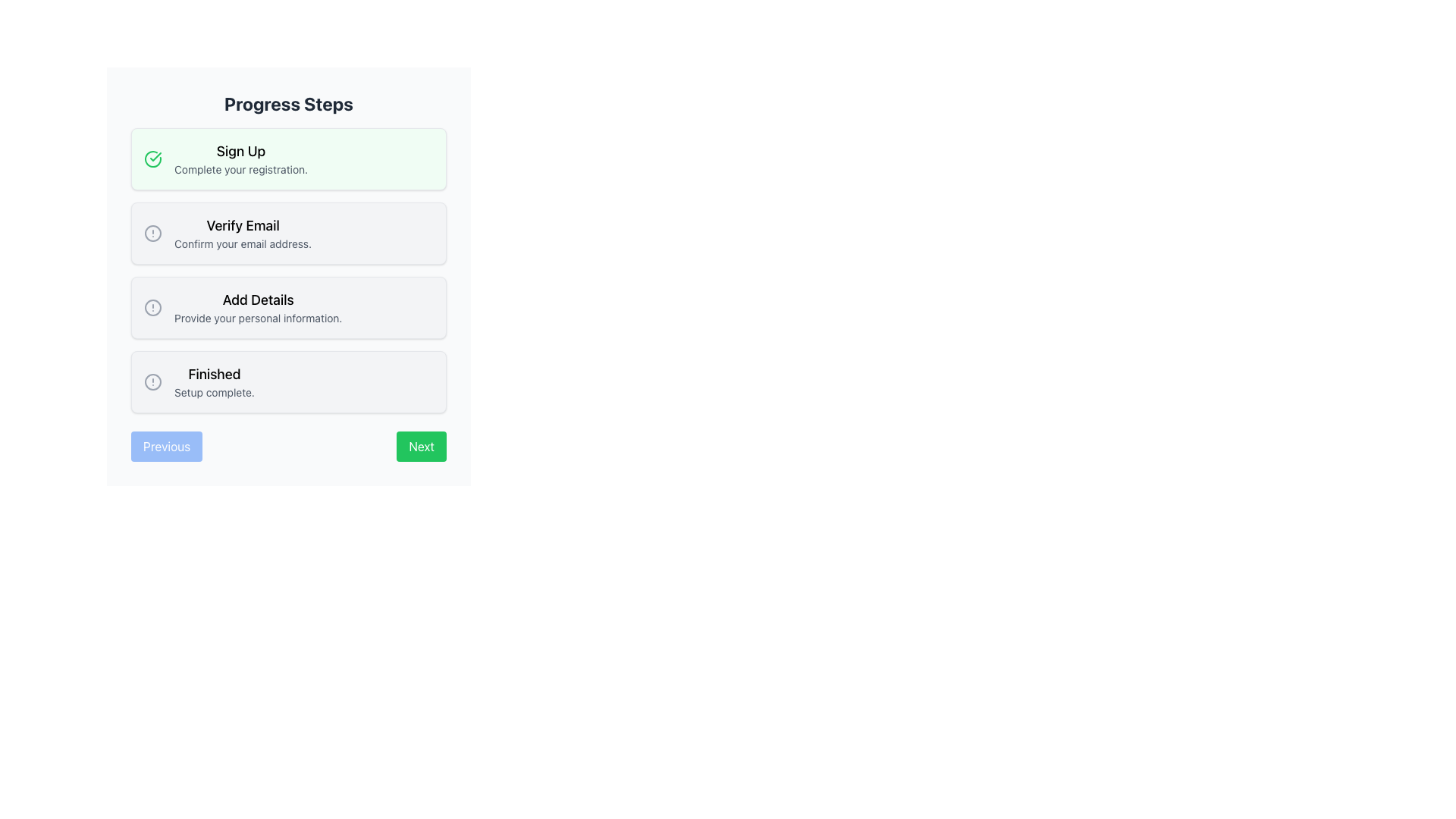 The height and width of the screenshot is (819, 1456). Describe the element at coordinates (214, 381) in the screenshot. I see `the completion status Label which indicates that the setup is complete, located below the 'Add Details' section in a rounded rectangular box` at that location.